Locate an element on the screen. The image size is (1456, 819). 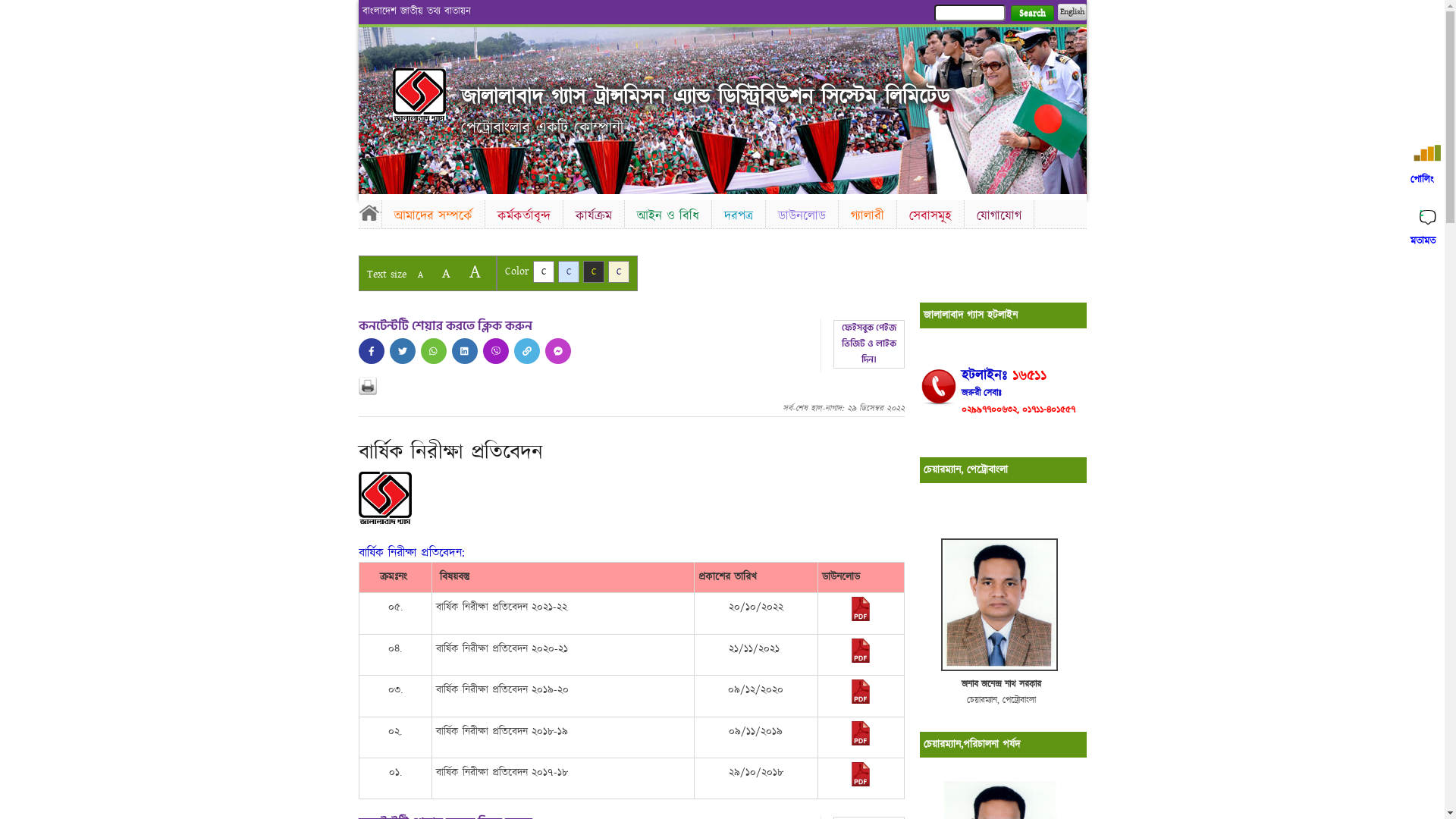
'Home' is located at coordinates (369, 212).